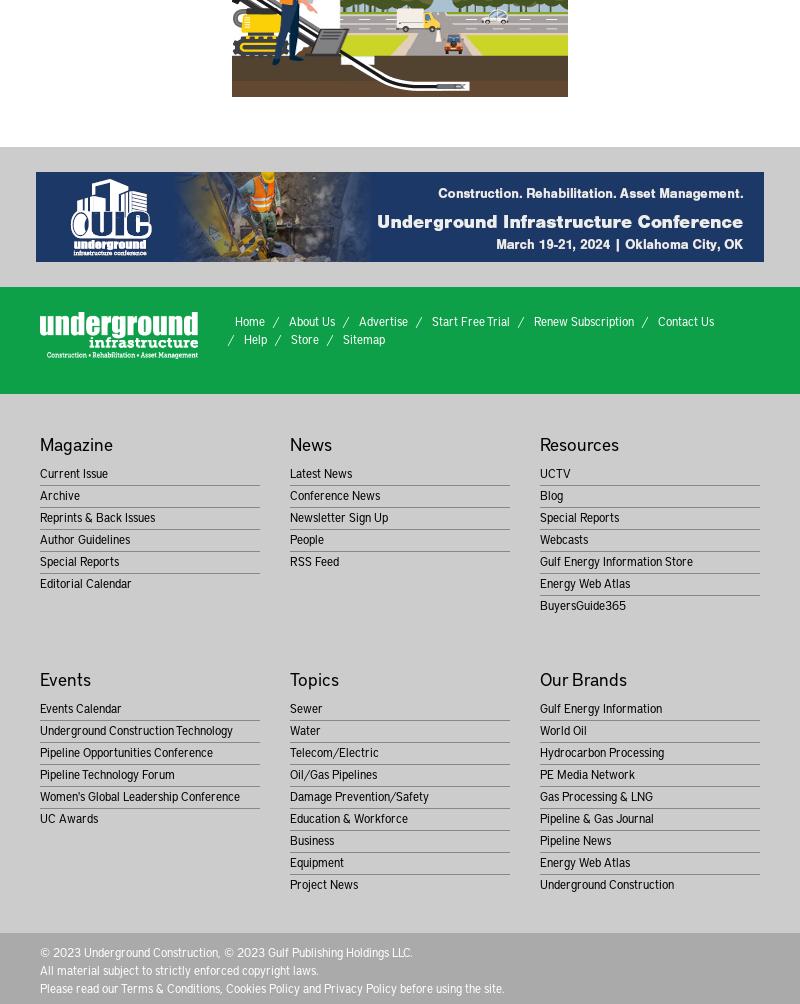 This screenshot has width=800, height=1004. What do you see at coordinates (169, 986) in the screenshot?
I see `'Terms & Conditions'` at bounding box center [169, 986].